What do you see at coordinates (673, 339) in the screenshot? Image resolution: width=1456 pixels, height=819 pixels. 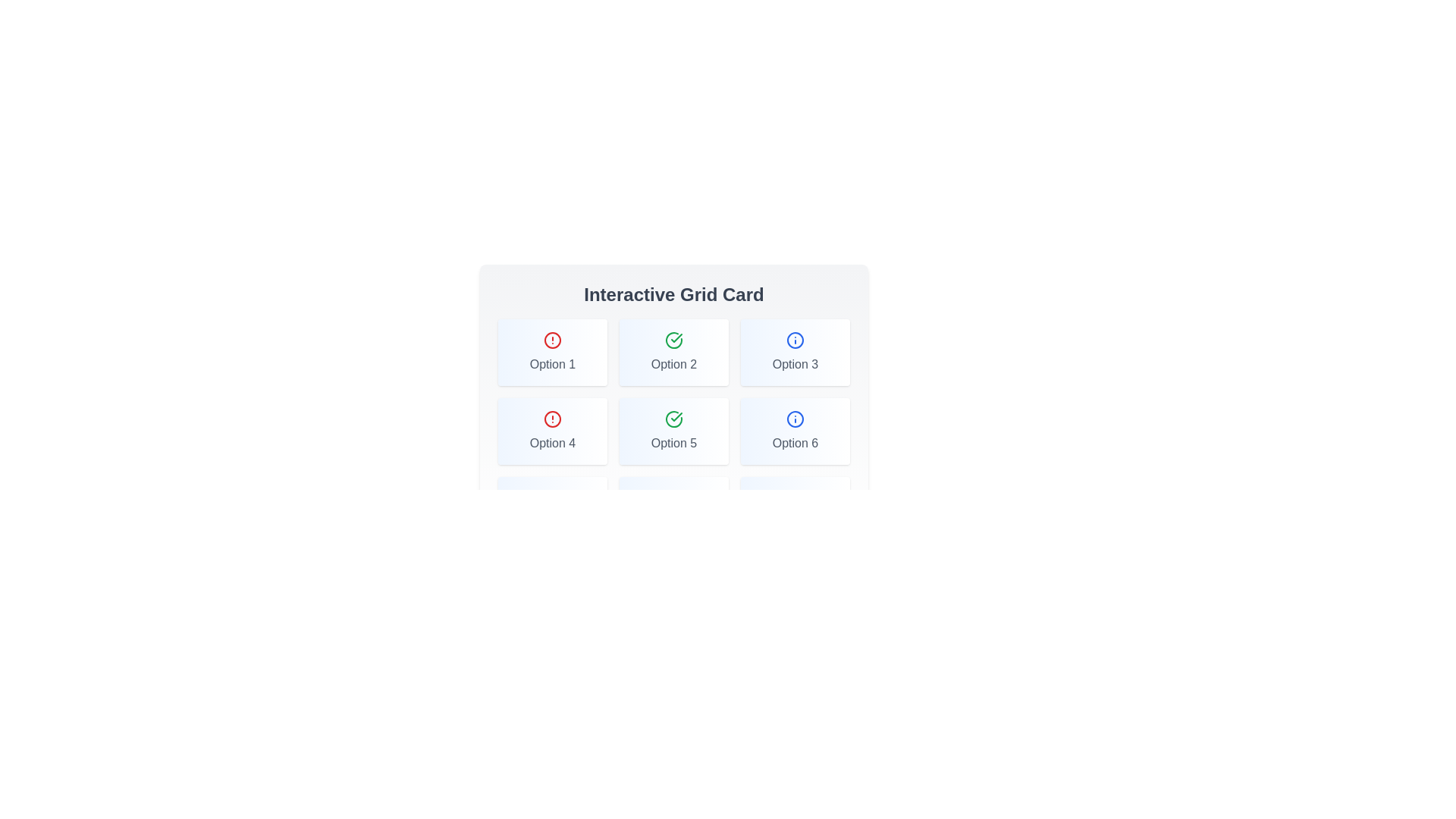 I see `the status indicator icon that signifies 'Option 5' is selected, located in the second row, first column of the interactive grid card interface` at bounding box center [673, 339].